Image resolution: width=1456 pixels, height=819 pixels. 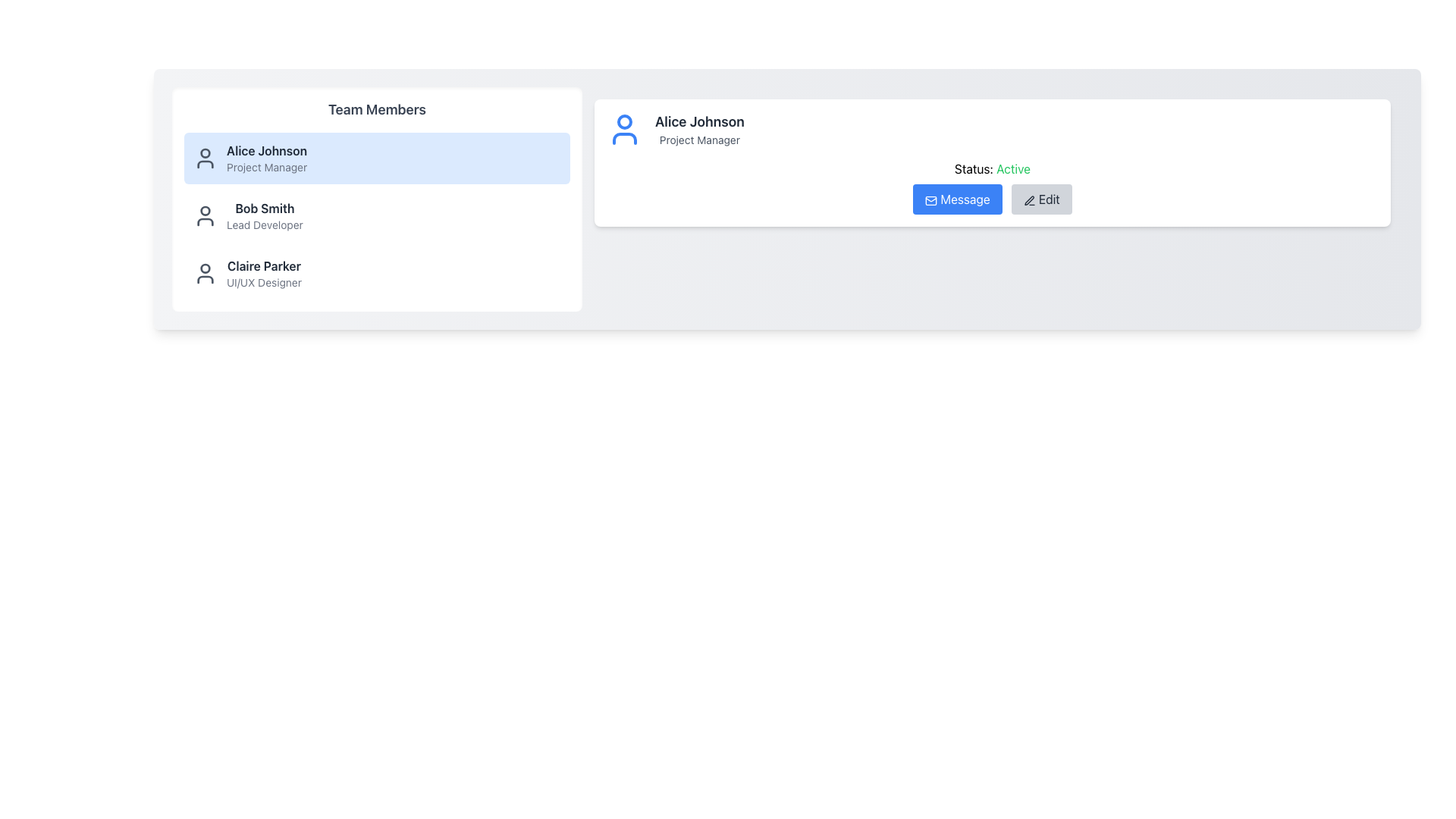 I want to click on the SVG circle element which visually represents a user component adjacent to the text 'Alice Johnson' in the team members list, so click(x=204, y=152).